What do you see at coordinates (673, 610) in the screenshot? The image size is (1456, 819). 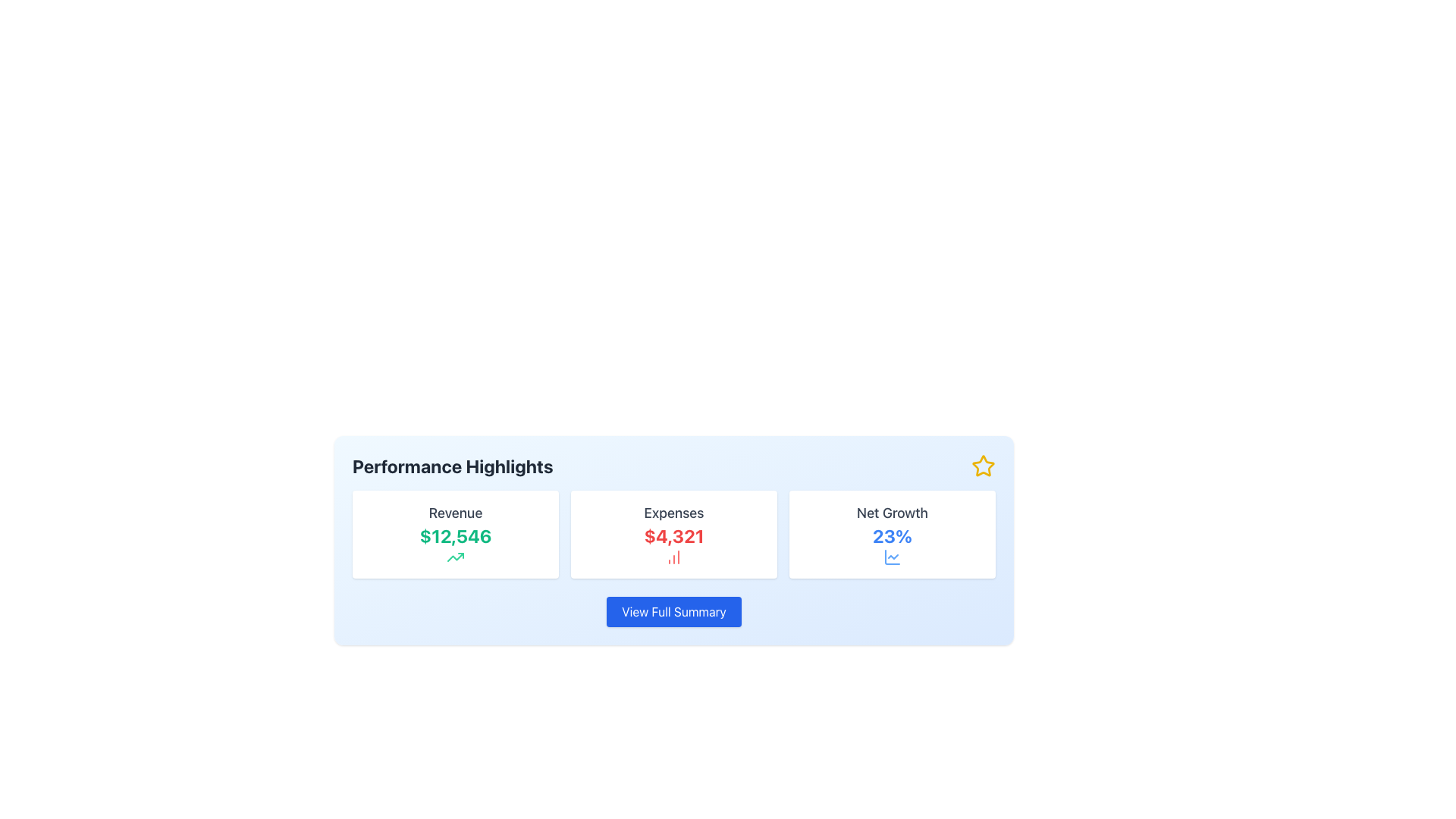 I see `the navigation button located centrally at the bottom of the 'Performance Highlights' component` at bounding box center [673, 610].